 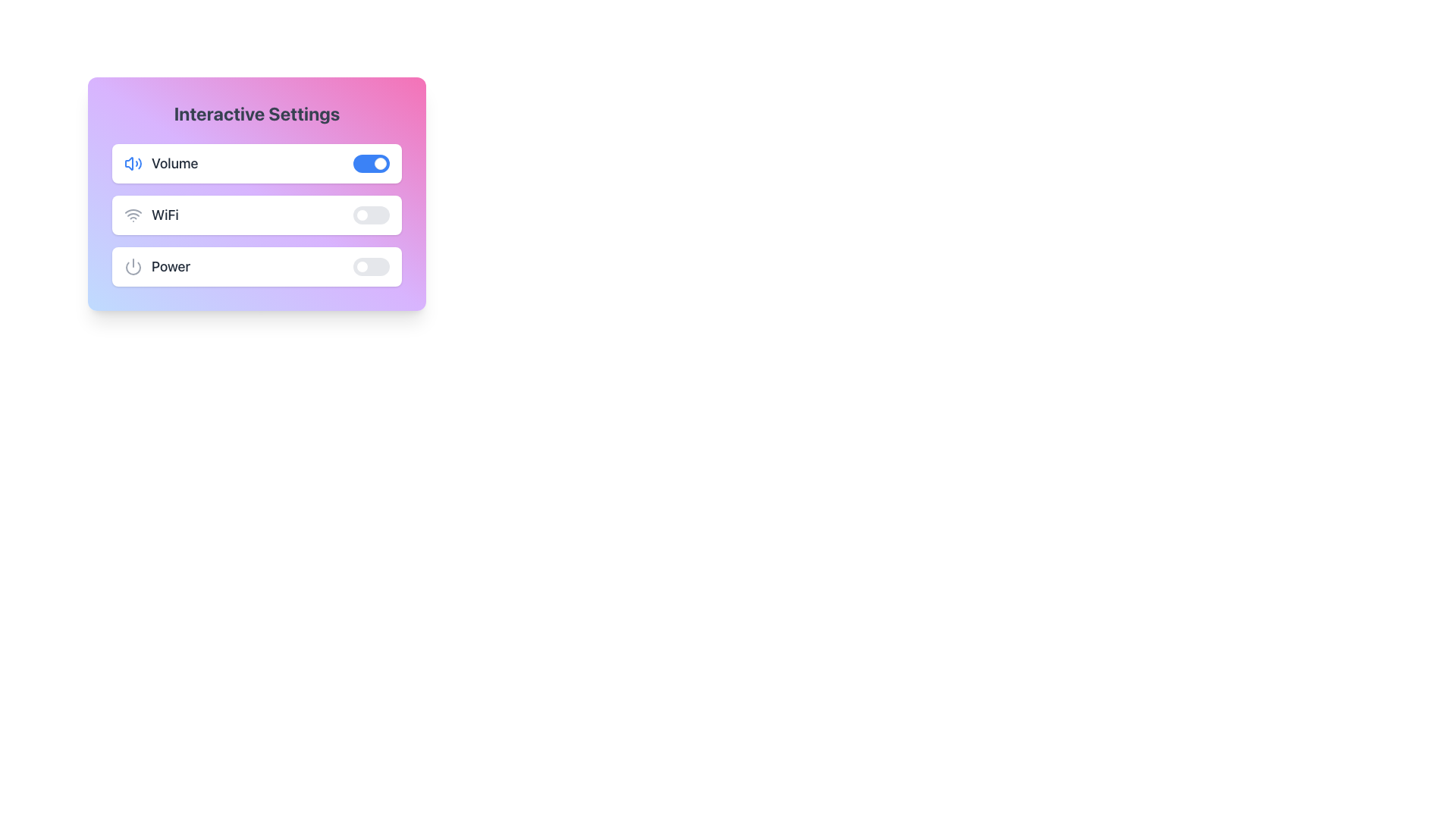 What do you see at coordinates (133, 164) in the screenshot?
I see `the blue volume icon depicting a loudspeaker with sound waves` at bounding box center [133, 164].